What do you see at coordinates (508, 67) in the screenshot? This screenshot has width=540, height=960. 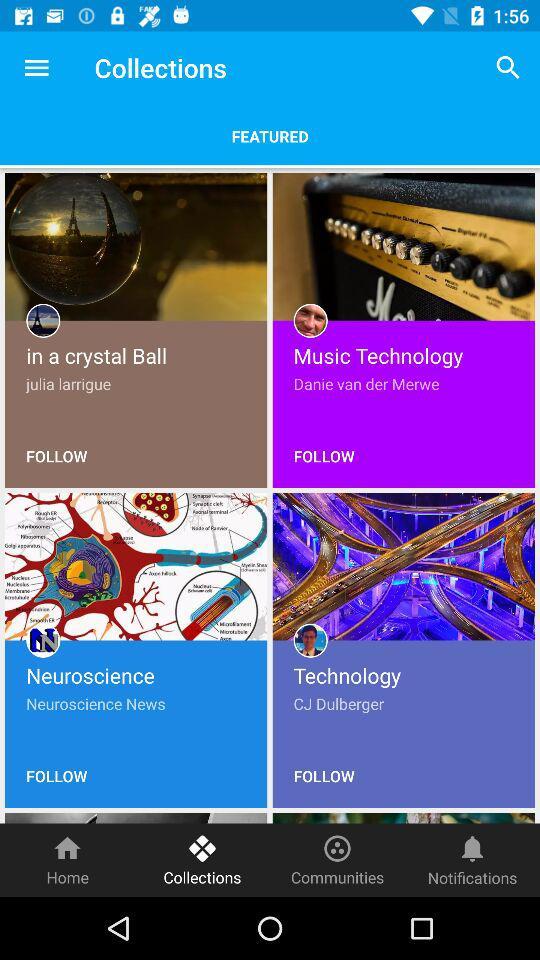 I see `the icon to the right of the collections icon` at bounding box center [508, 67].